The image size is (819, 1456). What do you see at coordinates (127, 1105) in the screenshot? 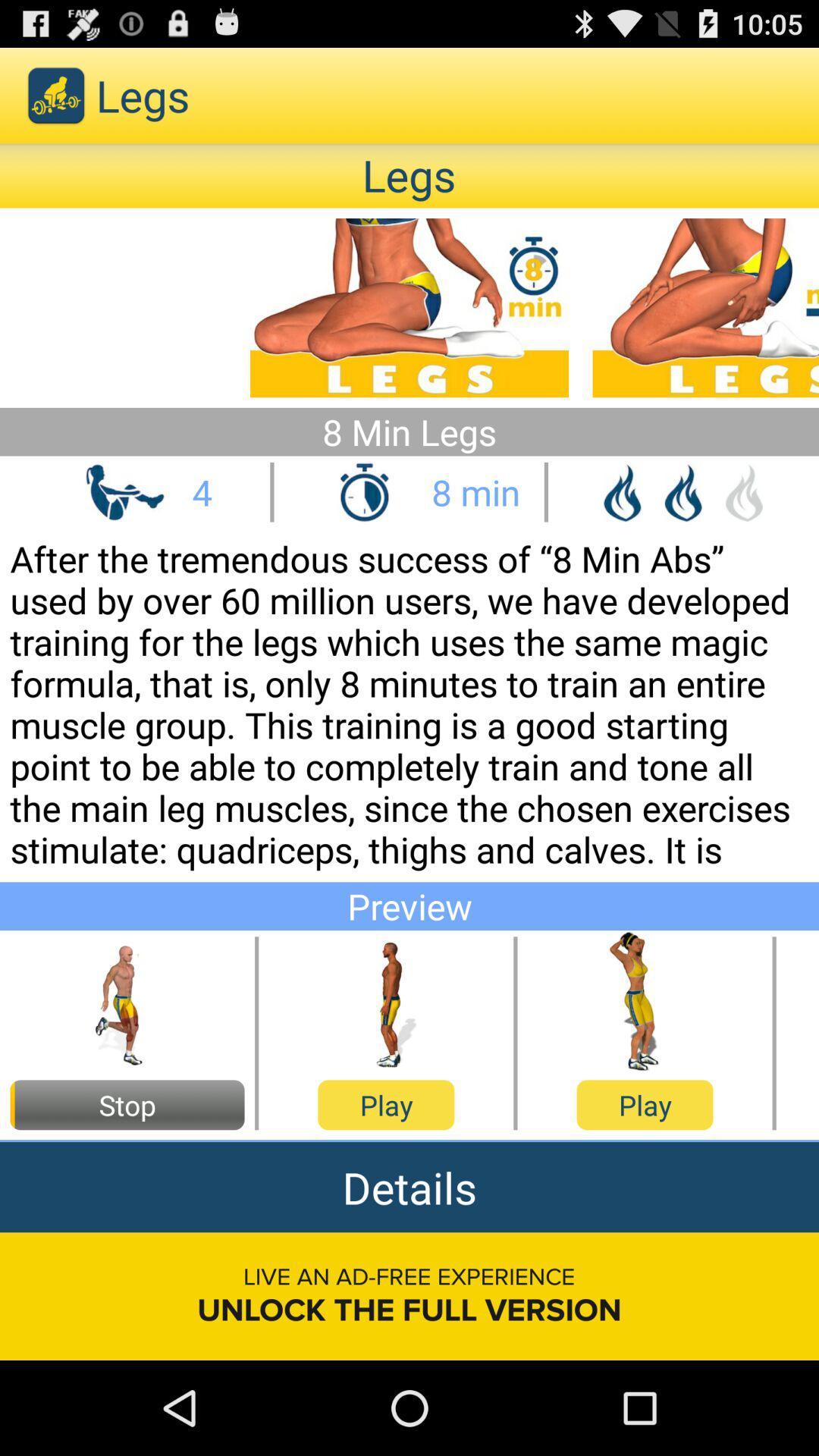
I see `the stop button` at bounding box center [127, 1105].